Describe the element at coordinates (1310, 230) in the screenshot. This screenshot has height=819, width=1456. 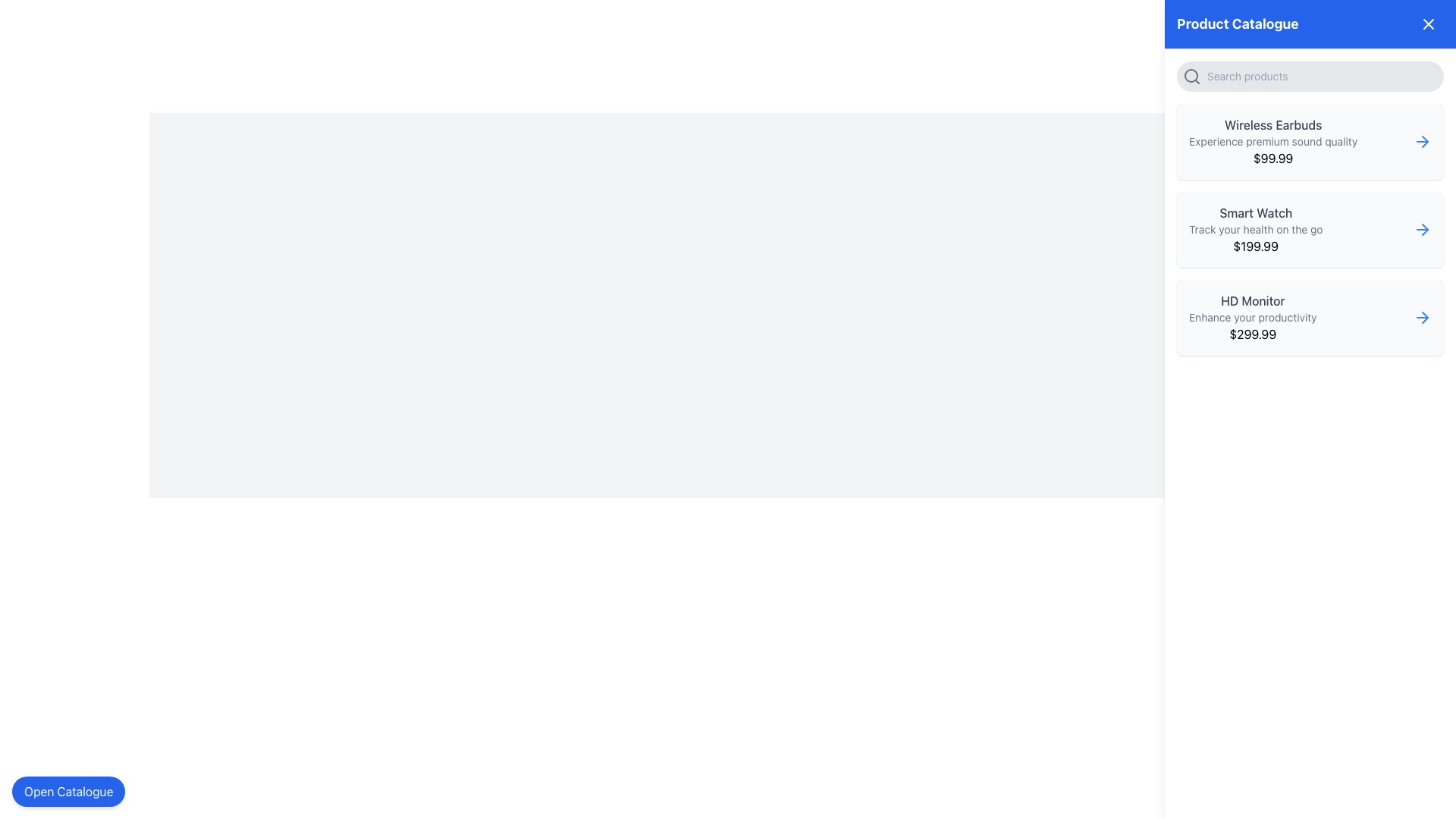
I see `the 'Smart Watch' product card, which is the second card in the vertical list of the 'Product Catalogue' section, positioned between 'Wireless Earbuds' and 'HD Monitor'` at that location.